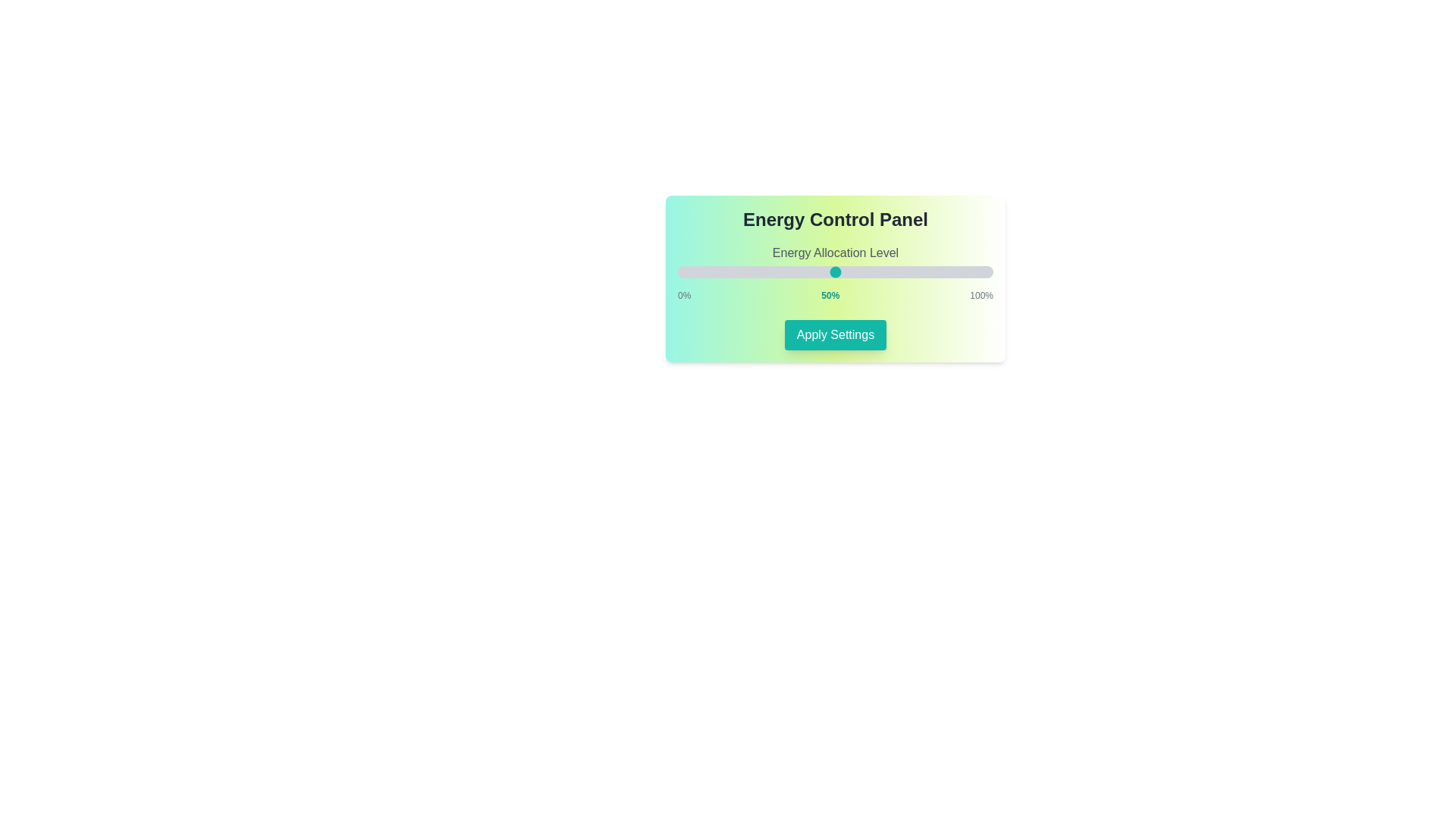  Describe the element at coordinates (847, 271) in the screenshot. I see `the energy level to 54% by moving the slider` at that location.